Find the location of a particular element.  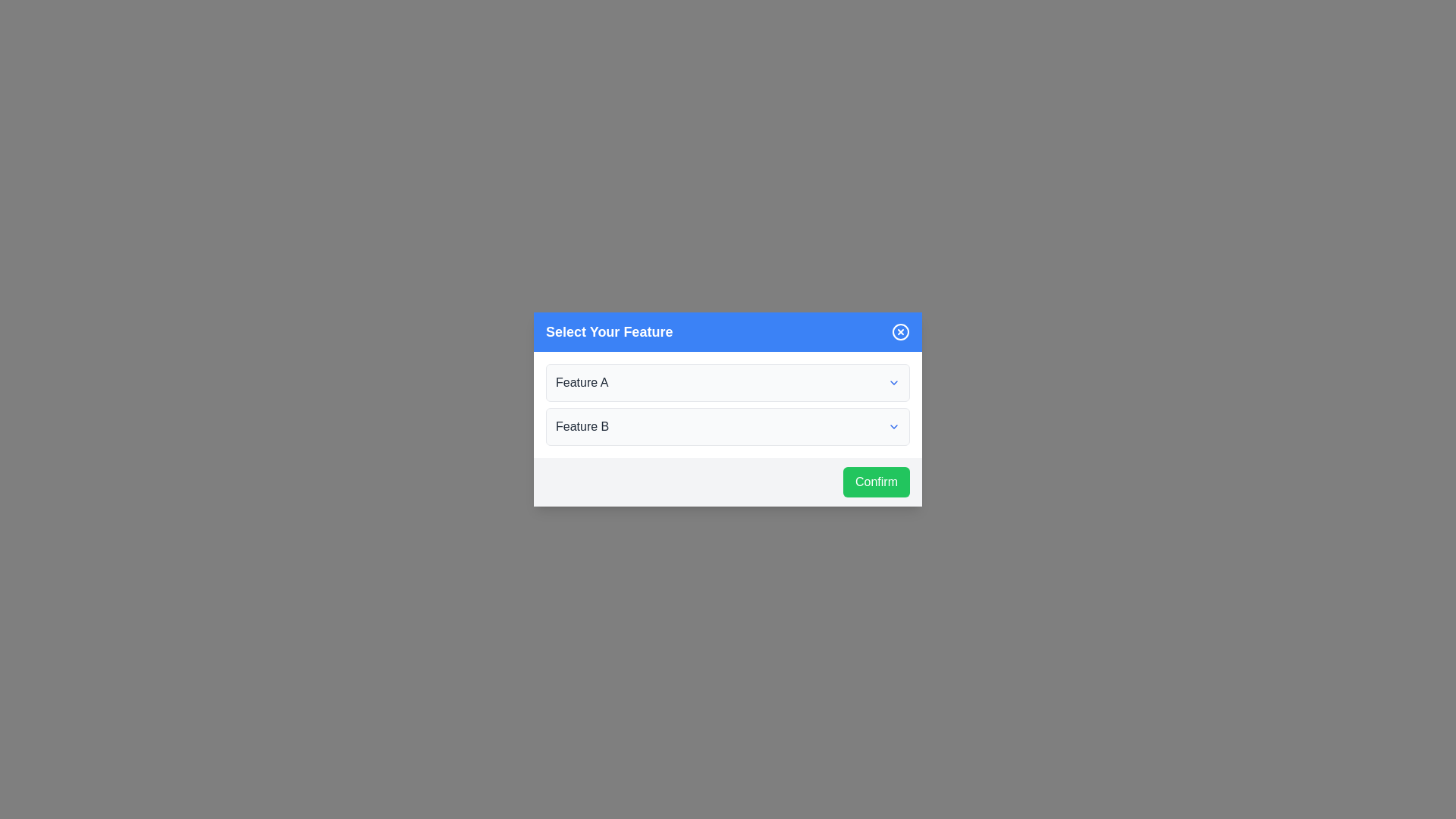

the blue downward-facing chevron button located to the right of the text 'Feature B' is located at coordinates (894, 427).